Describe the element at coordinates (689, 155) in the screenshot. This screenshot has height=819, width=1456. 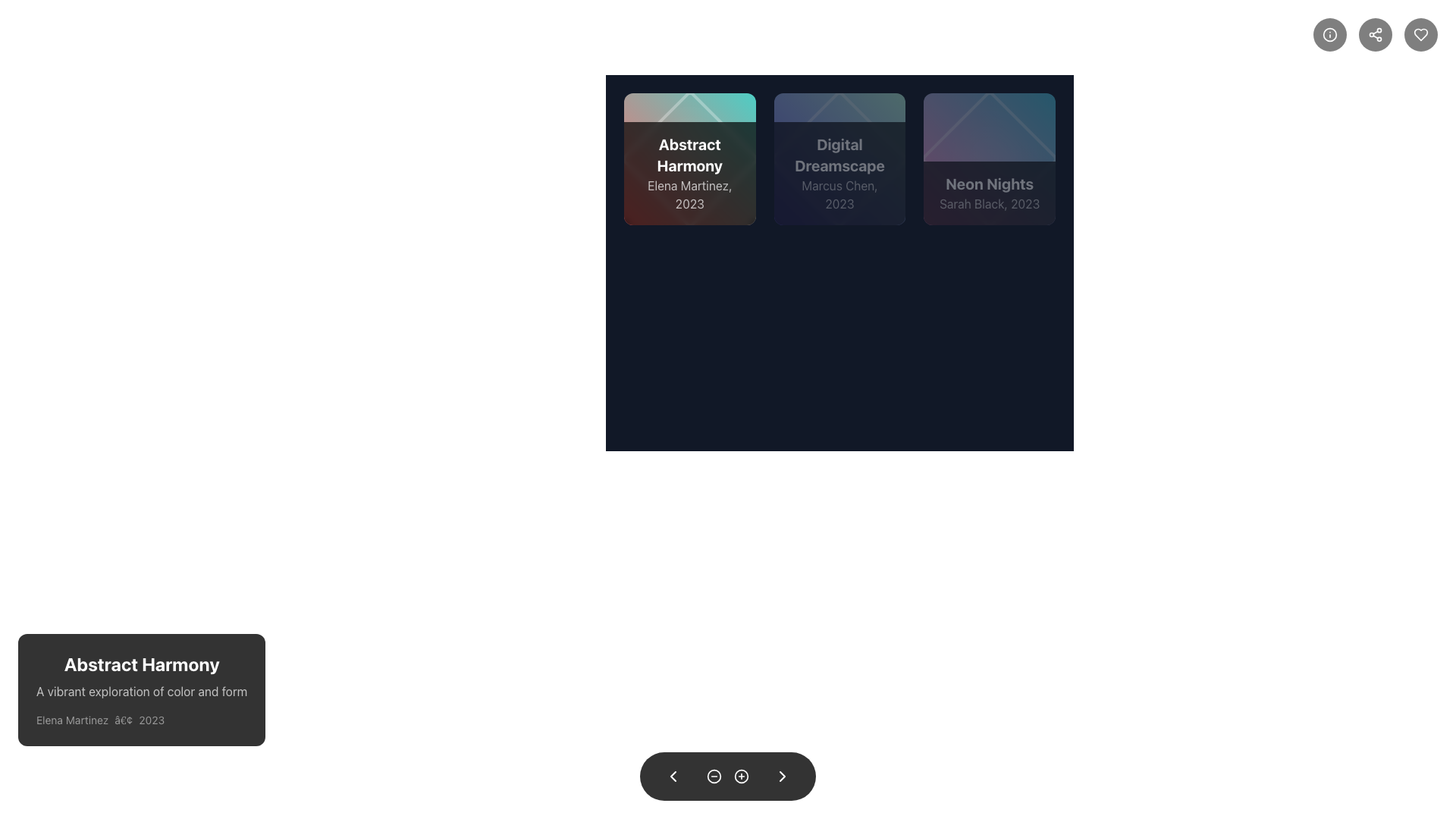
I see `the title text label that serves as a prominent identifier for a digital media item, positioned at the upper part of the card layout` at that location.